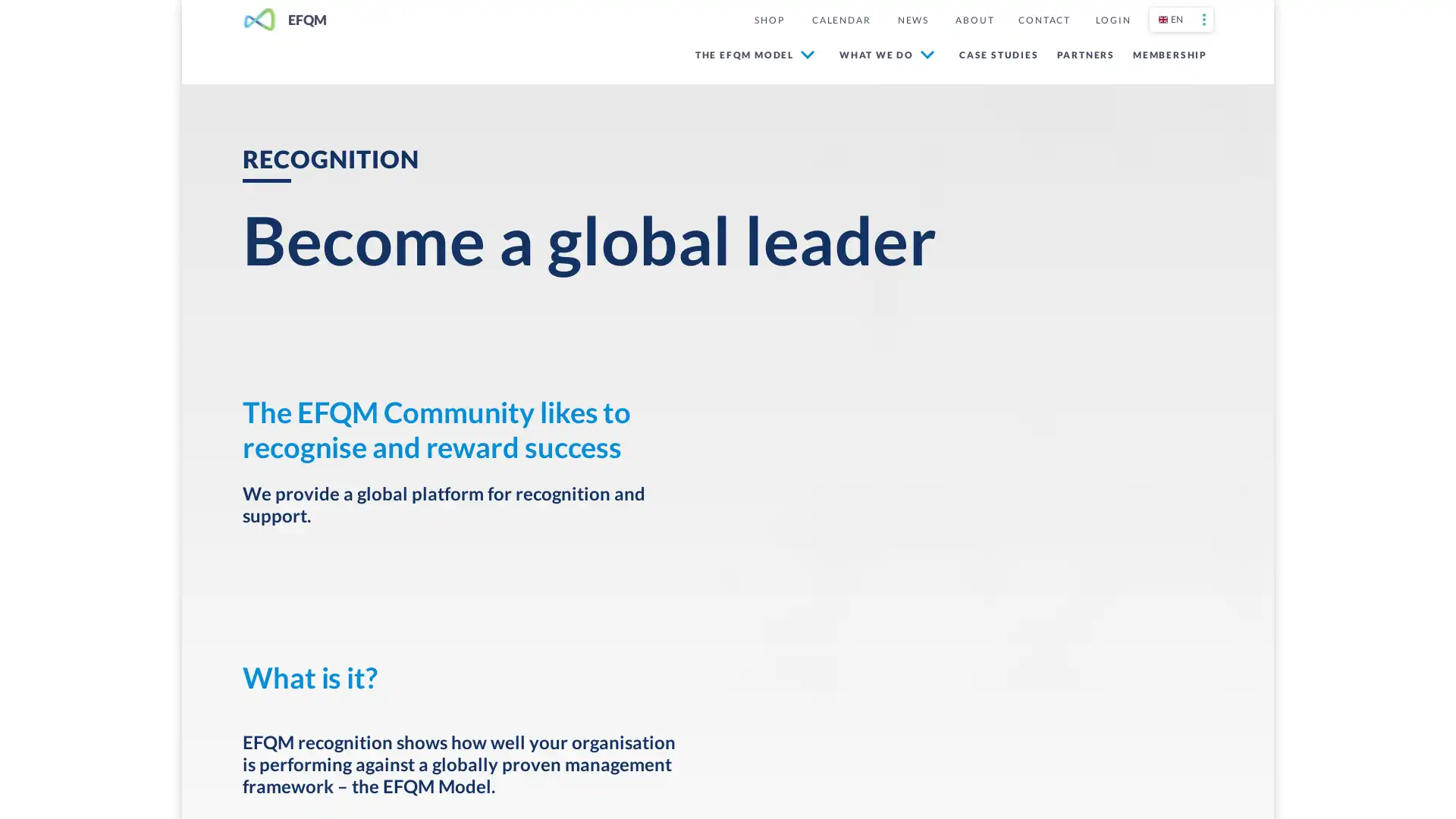  I want to click on CASE STUDIES, so click(995, 53).